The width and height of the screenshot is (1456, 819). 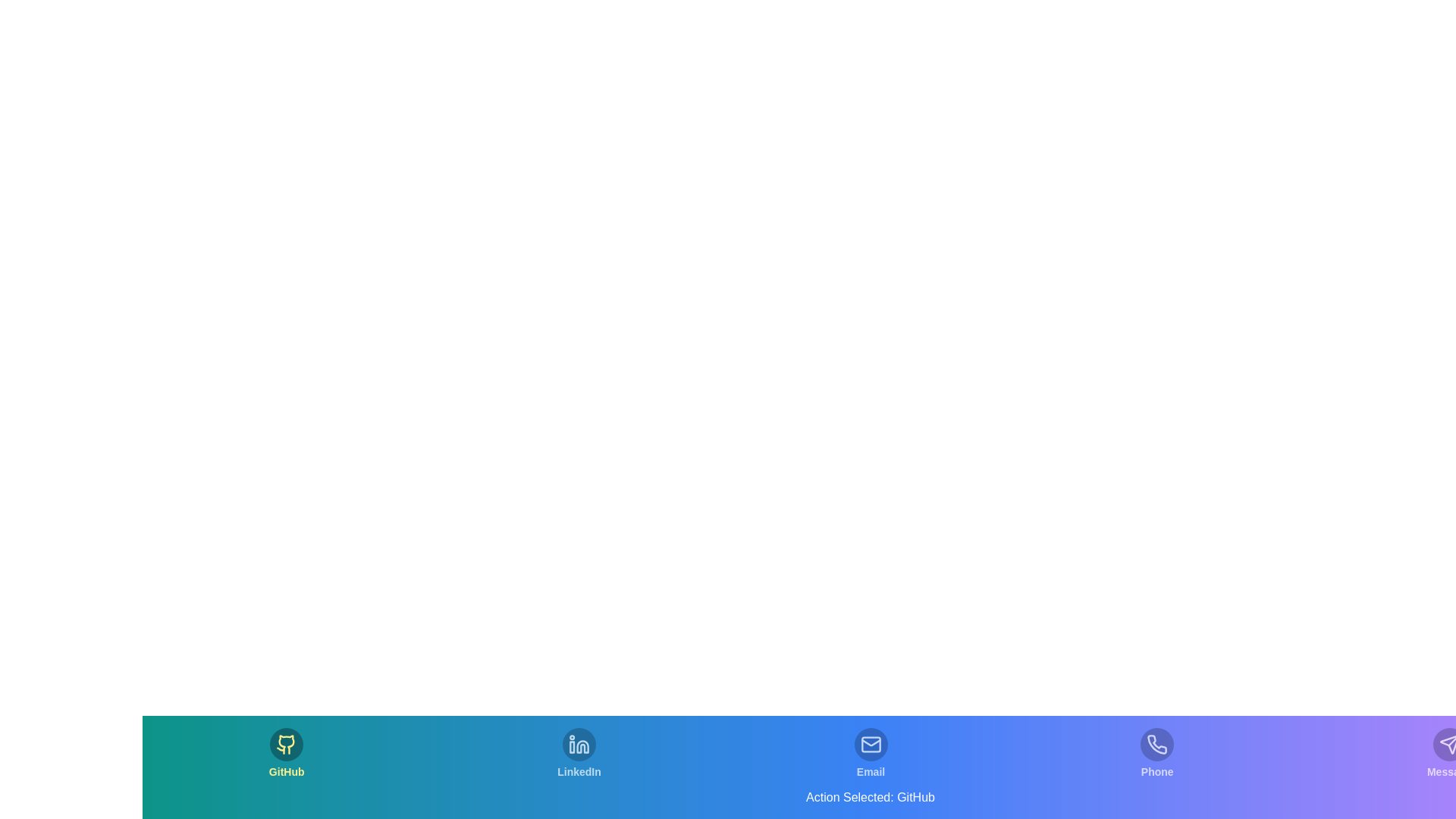 I want to click on the tab labeled Phone to switch to that section, so click(x=1156, y=754).